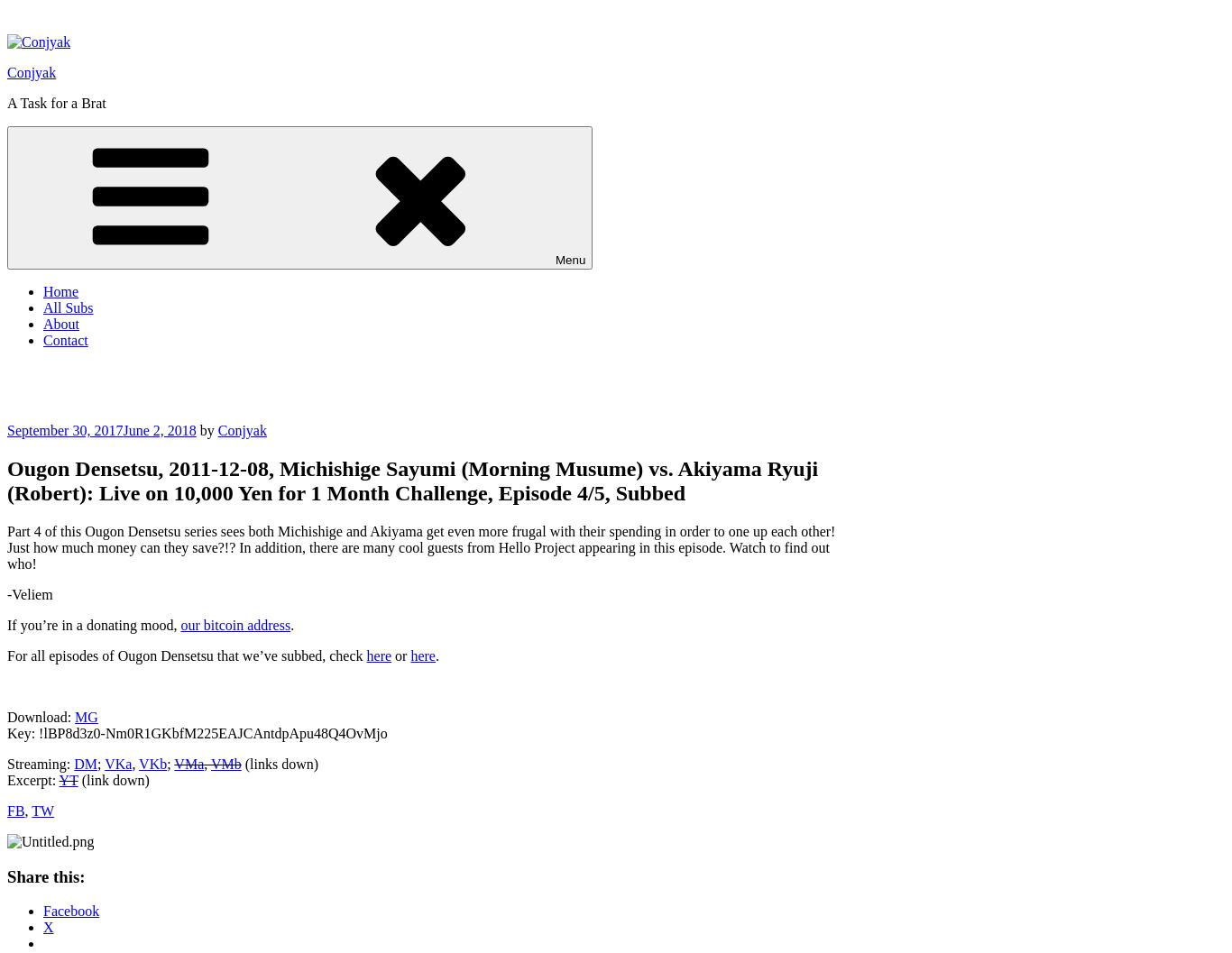  Describe the element at coordinates (56, 102) in the screenshot. I see `'A Task for a Brat'` at that location.